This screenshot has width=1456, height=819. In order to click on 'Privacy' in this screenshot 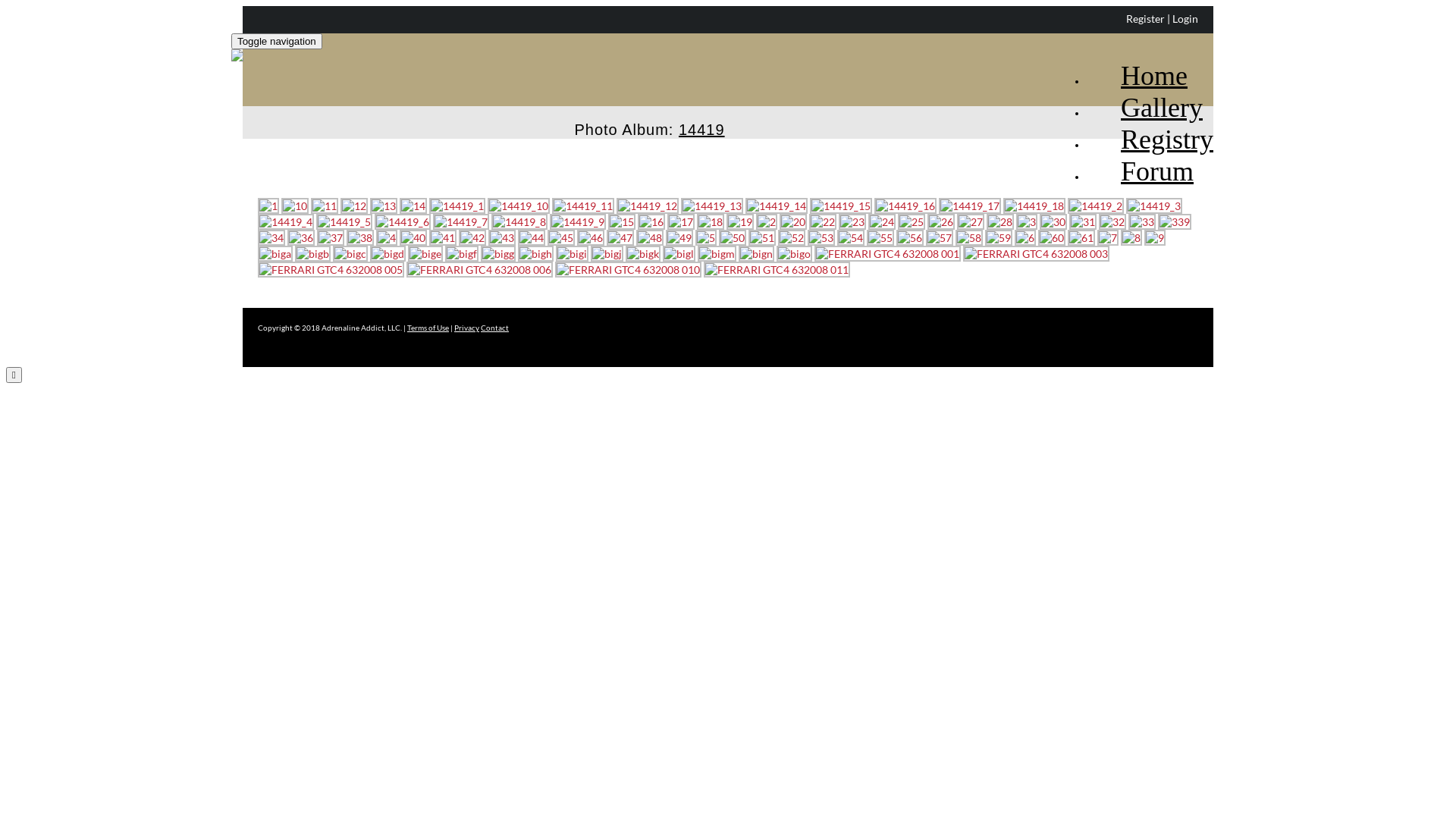, I will do `click(466, 327)`.